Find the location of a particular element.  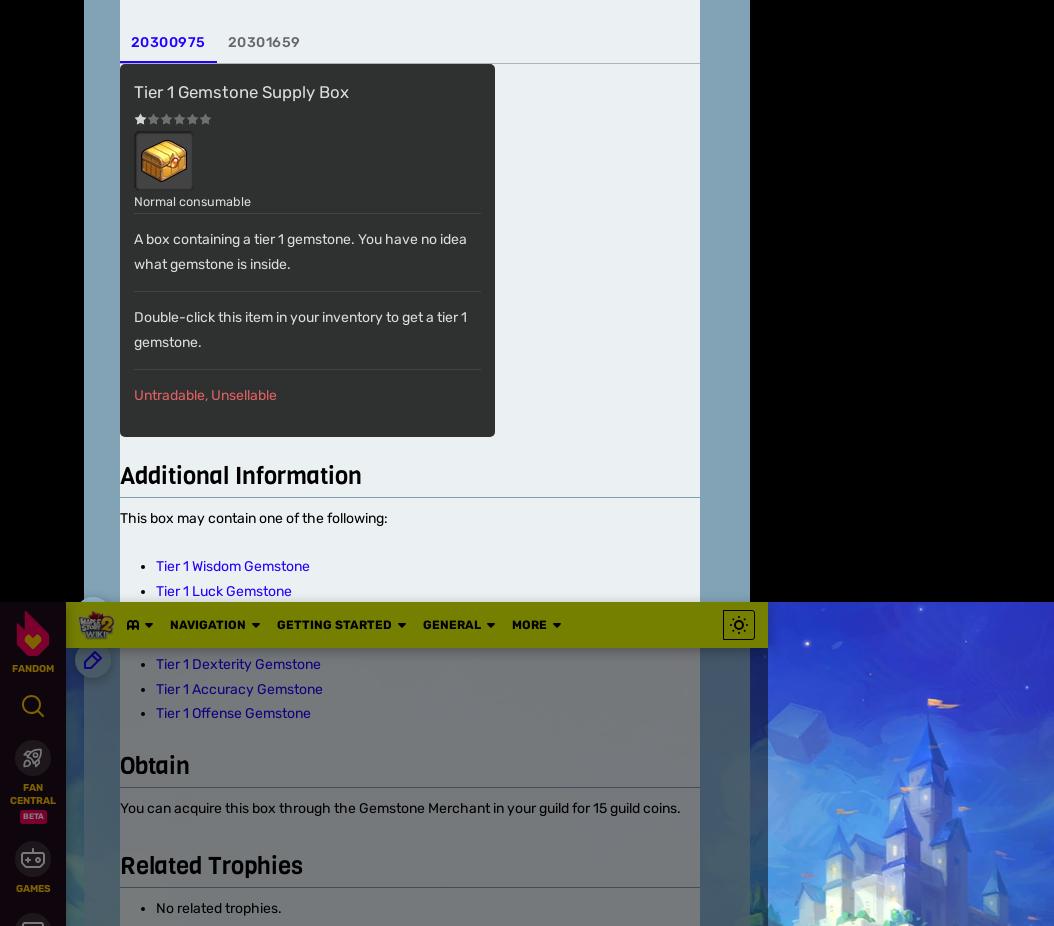

'Community Central' is located at coordinates (145, 691).